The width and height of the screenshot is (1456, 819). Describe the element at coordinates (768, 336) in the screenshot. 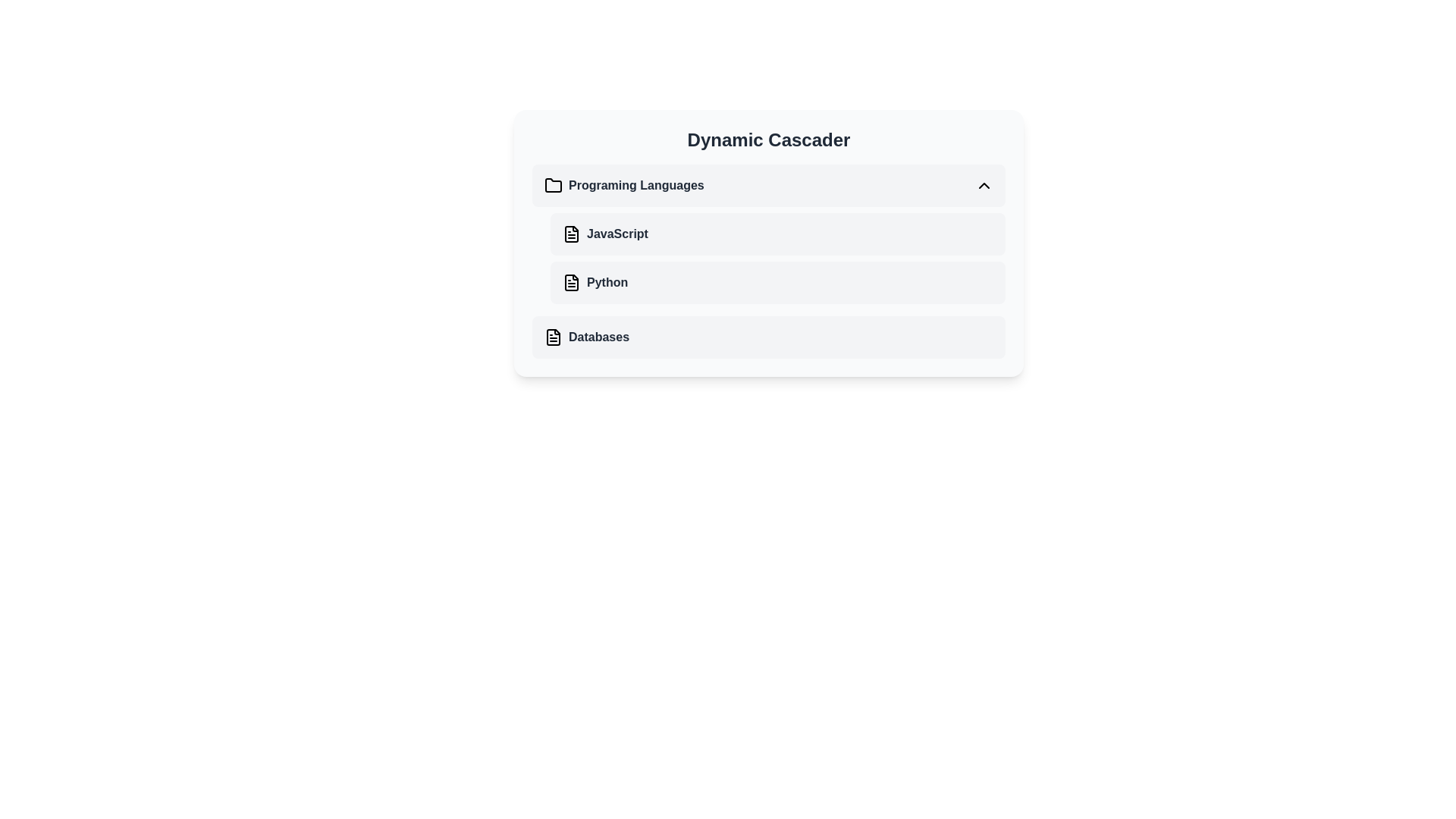

I see `the 'Databases' menu item, which is the third item in the vertical list under the 'Programming Languages' section, positioned below 'Python'` at that location.